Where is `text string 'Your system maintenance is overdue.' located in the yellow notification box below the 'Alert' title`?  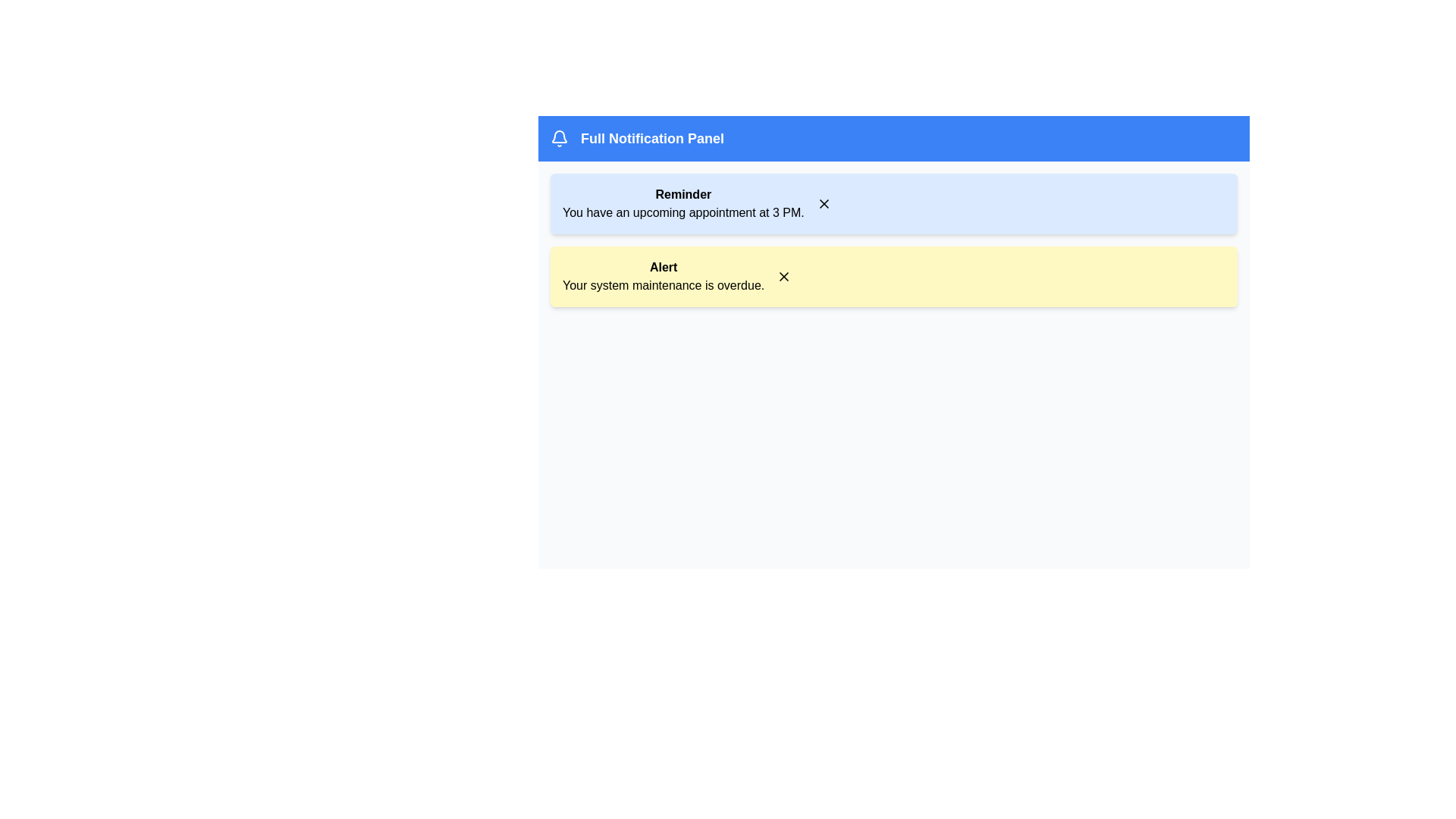
text string 'Your system maintenance is overdue.' located in the yellow notification box below the 'Alert' title is located at coordinates (664, 286).